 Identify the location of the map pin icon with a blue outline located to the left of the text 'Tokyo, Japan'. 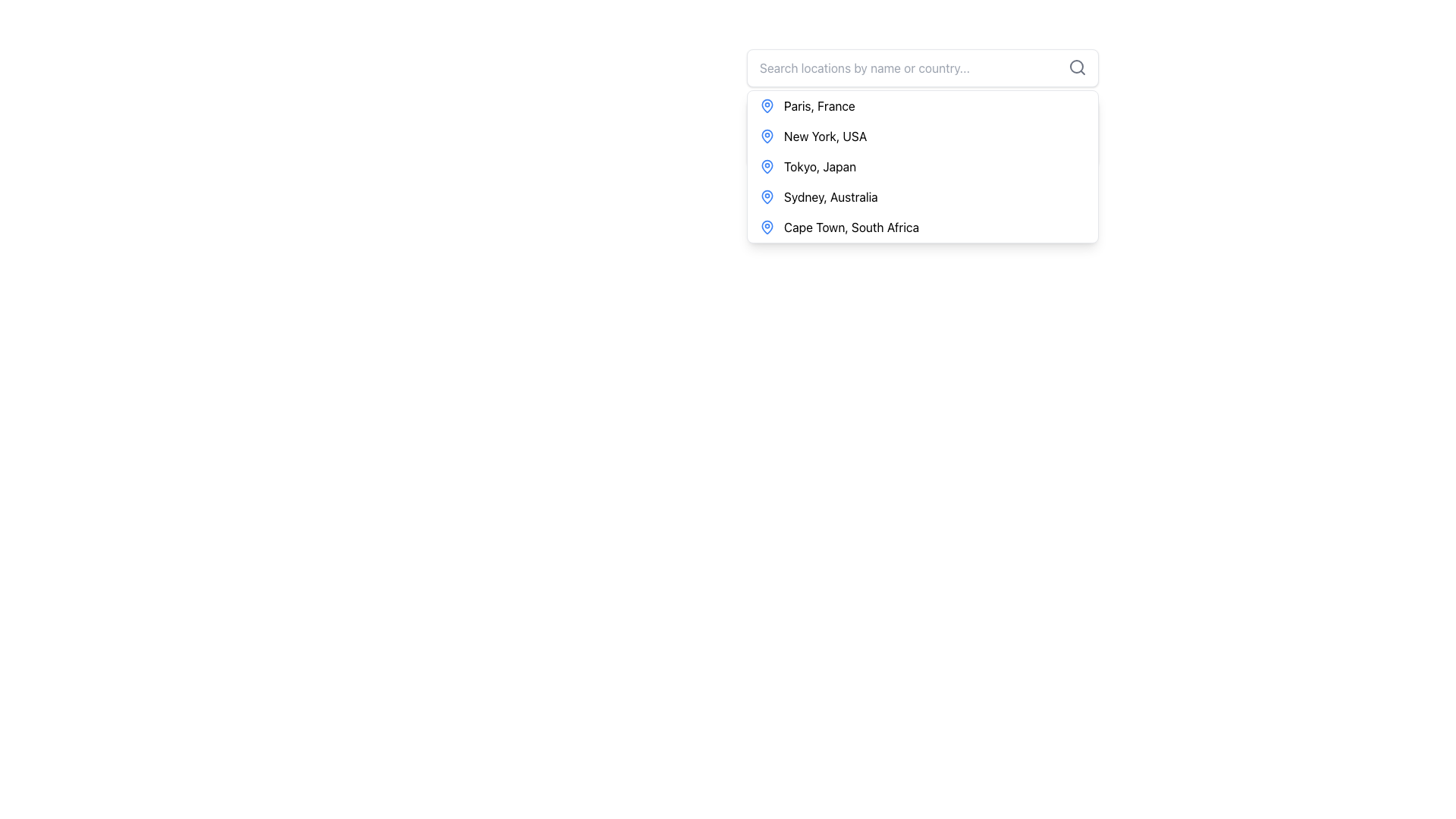
(767, 166).